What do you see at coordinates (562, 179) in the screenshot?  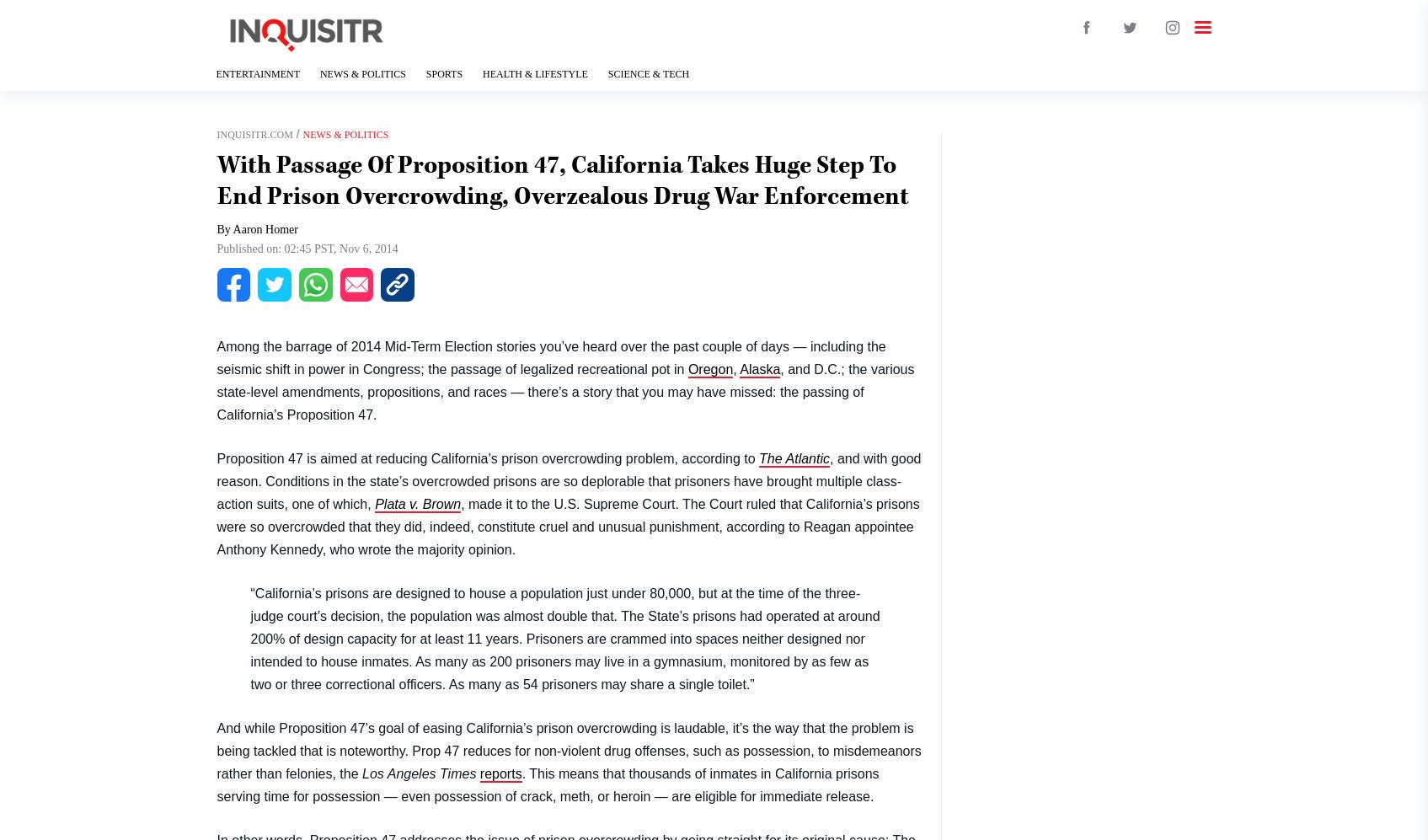 I see `'With Passage Of Proposition 47, California Takes Huge Step To End Prison Overcrowding, Overzealous Drug War Enforcement'` at bounding box center [562, 179].